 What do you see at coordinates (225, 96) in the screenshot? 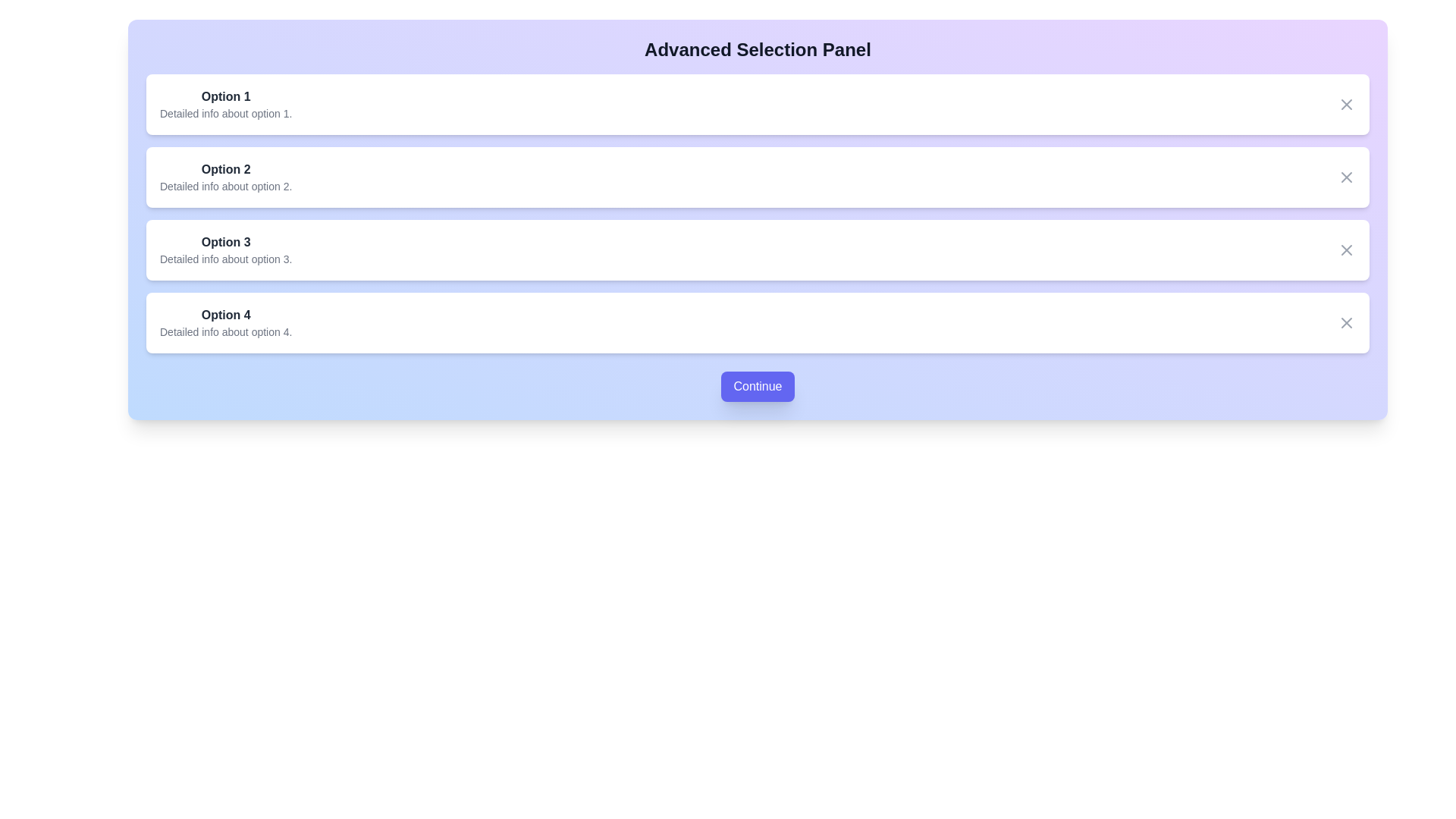
I see `the text label displaying 'Option 1' which is bold and dark gray, located within the upper-left corner of a white rounded rectangle card` at bounding box center [225, 96].